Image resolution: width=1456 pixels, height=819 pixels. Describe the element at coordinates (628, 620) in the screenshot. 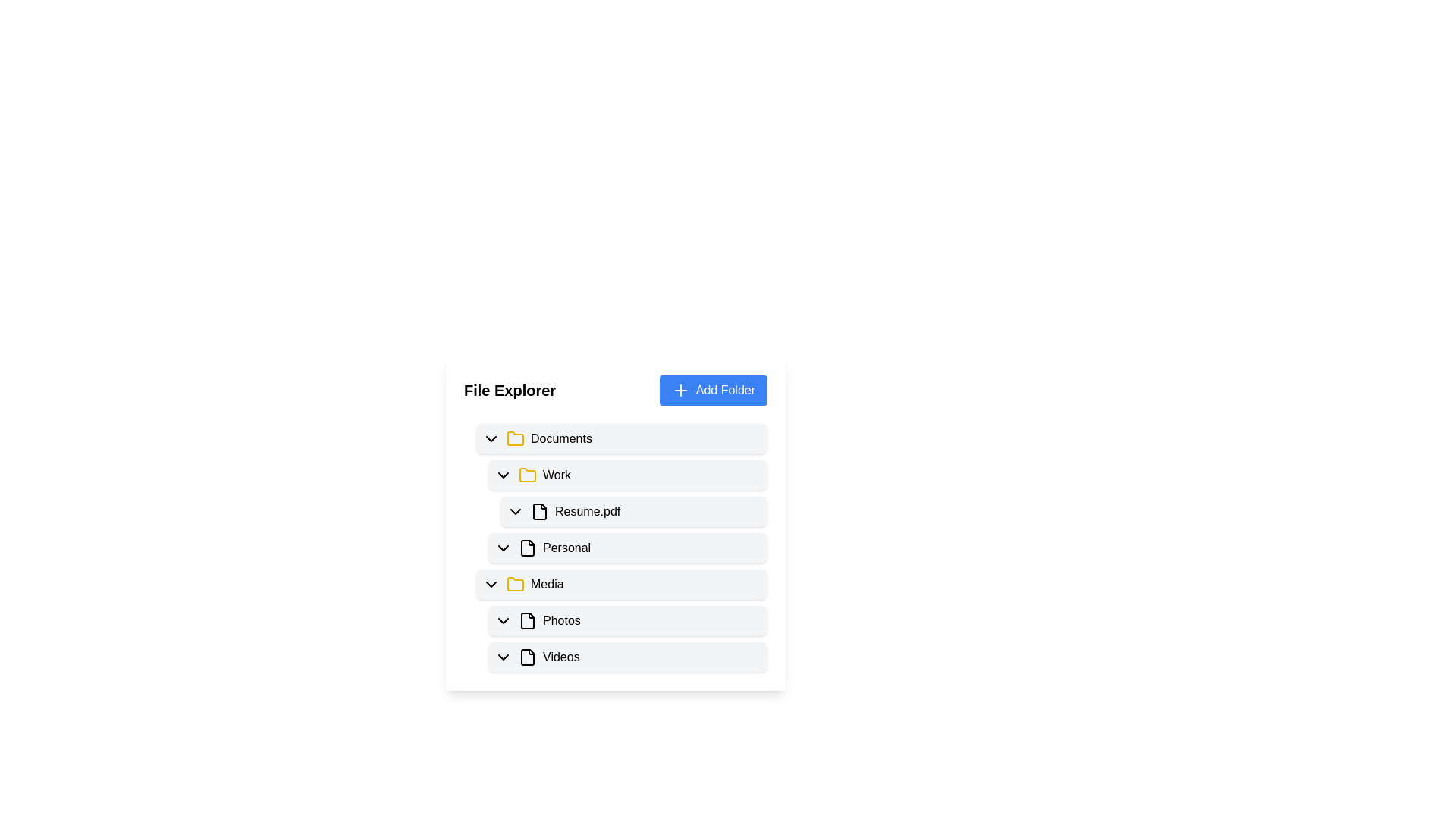

I see `the 'Photos' directory item in the 'Media' group` at that location.